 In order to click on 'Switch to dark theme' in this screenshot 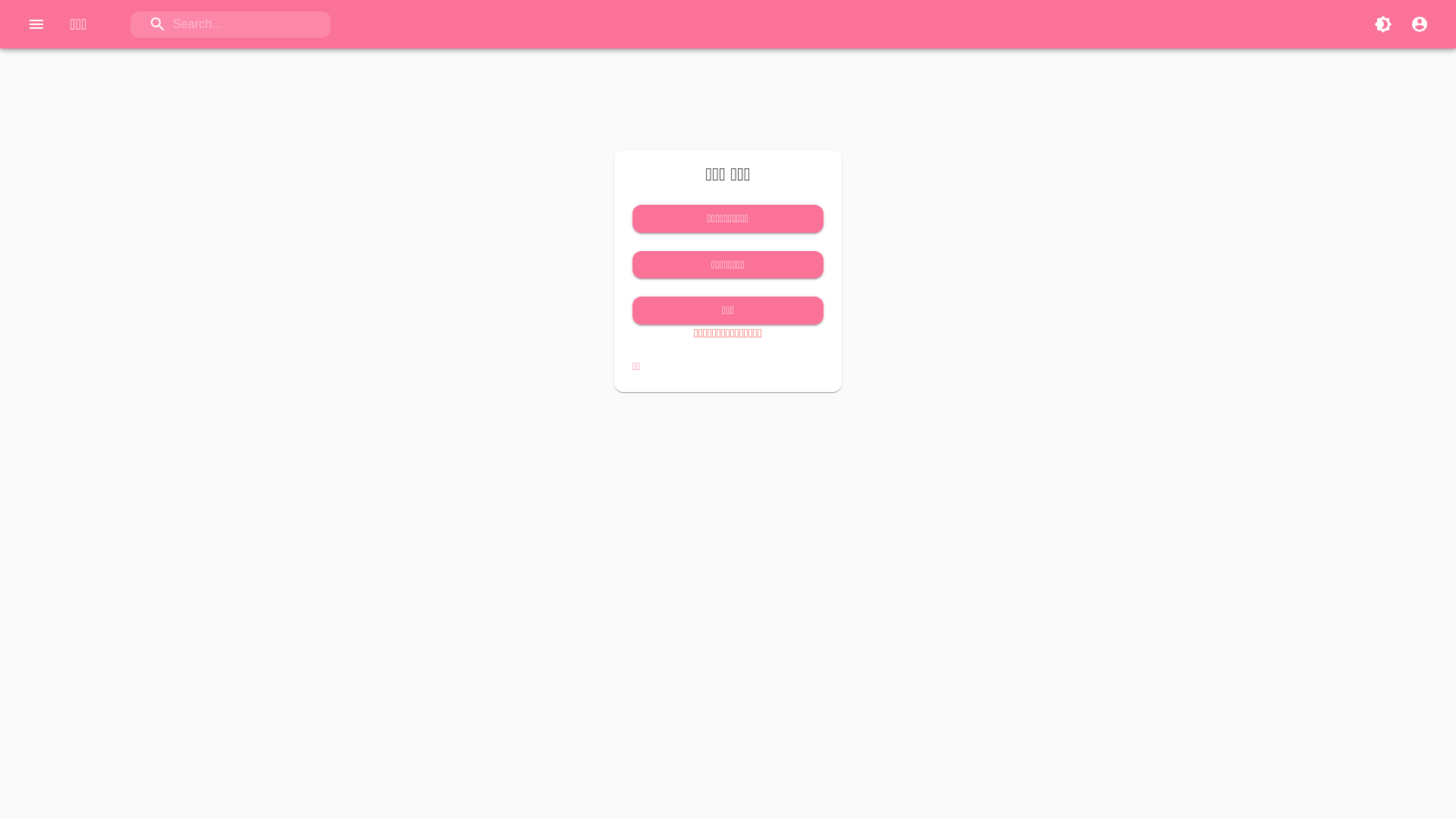, I will do `click(1383, 24)`.